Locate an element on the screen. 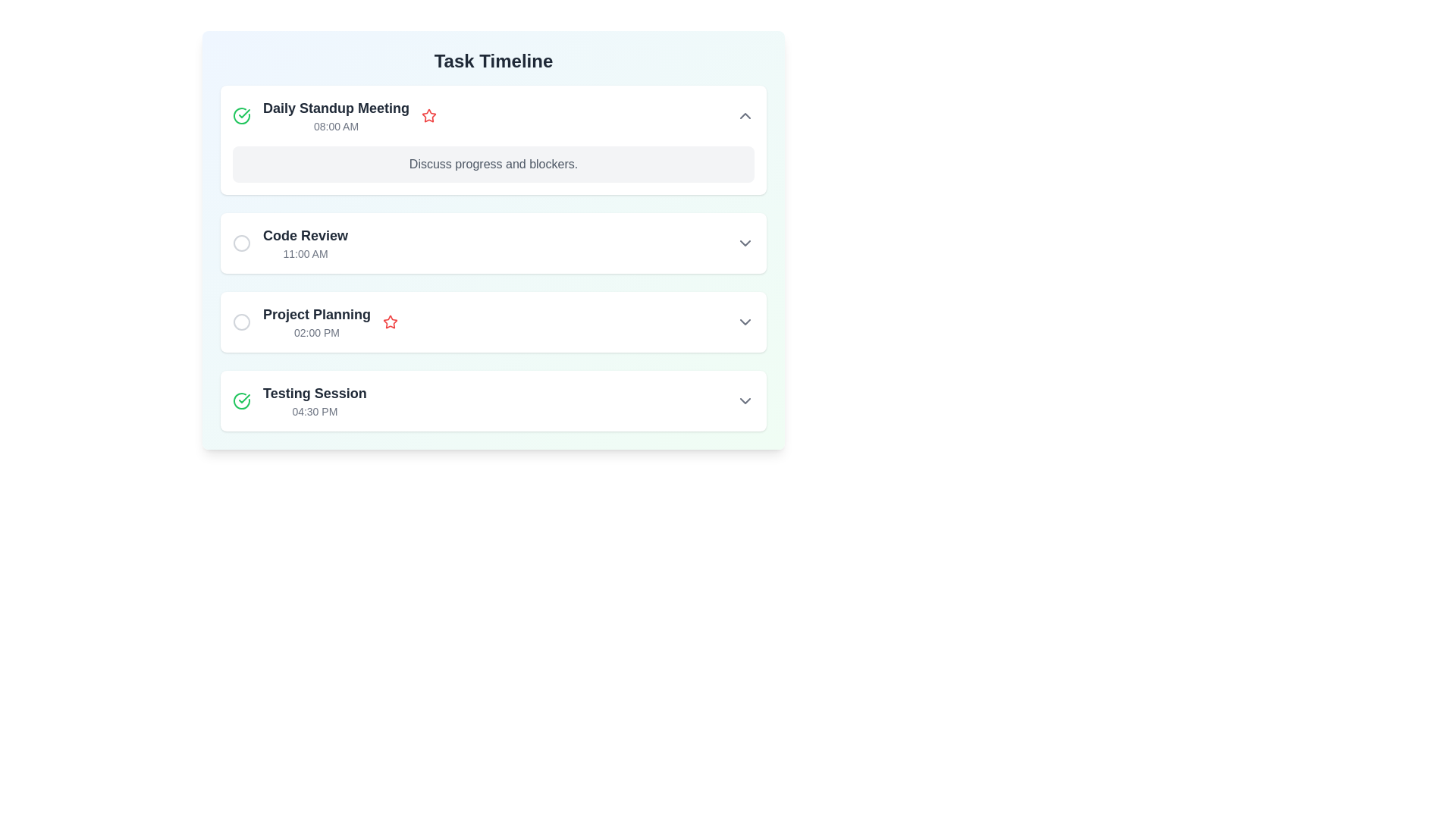 Image resolution: width=1456 pixels, height=819 pixels. the third task item in the 'Task Timeline' list, which represents an event in the vertical timeline layout is located at coordinates (494, 321).